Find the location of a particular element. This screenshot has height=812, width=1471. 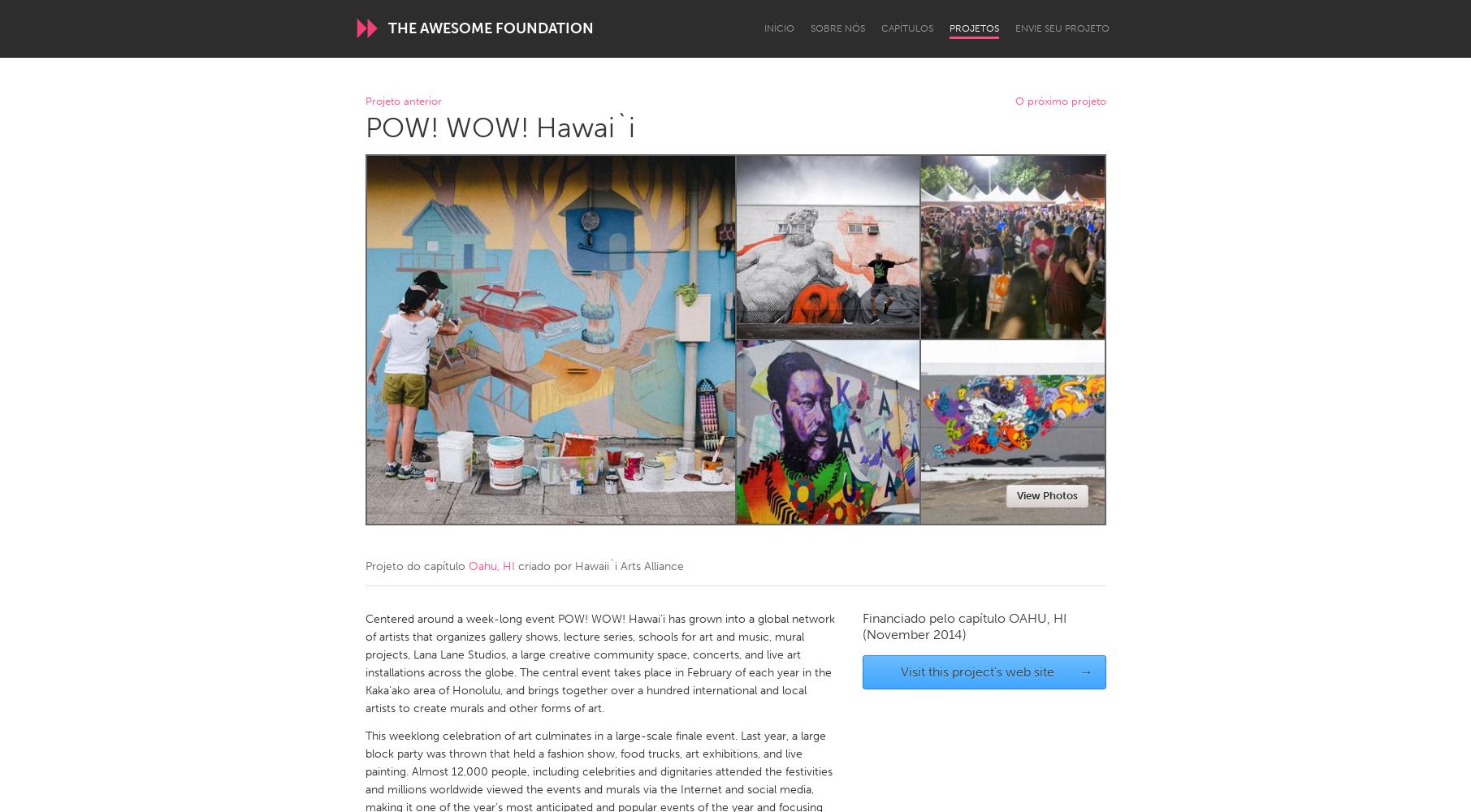

'View Photos' is located at coordinates (1046, 495).